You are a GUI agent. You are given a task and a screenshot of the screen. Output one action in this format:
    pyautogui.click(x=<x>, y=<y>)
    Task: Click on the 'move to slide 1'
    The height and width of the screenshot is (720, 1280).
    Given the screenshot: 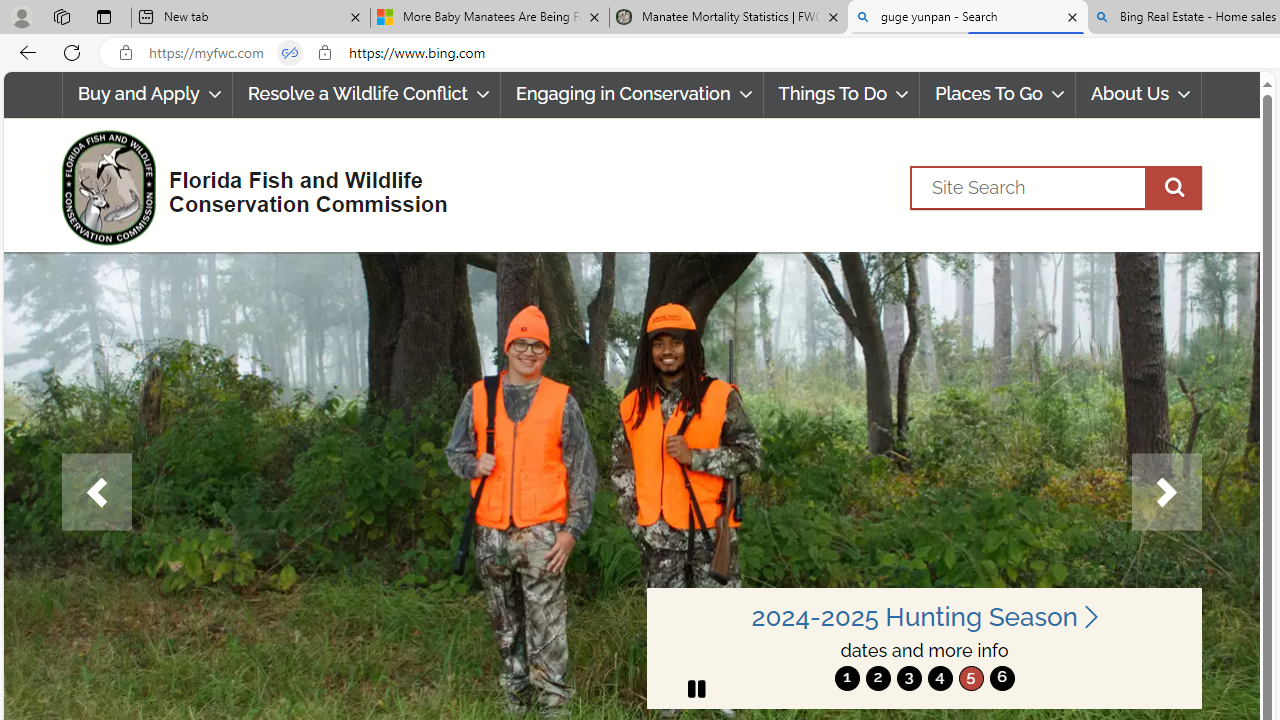 What is the action you would take?
    pyautogui.click(x=847, y=677)
    